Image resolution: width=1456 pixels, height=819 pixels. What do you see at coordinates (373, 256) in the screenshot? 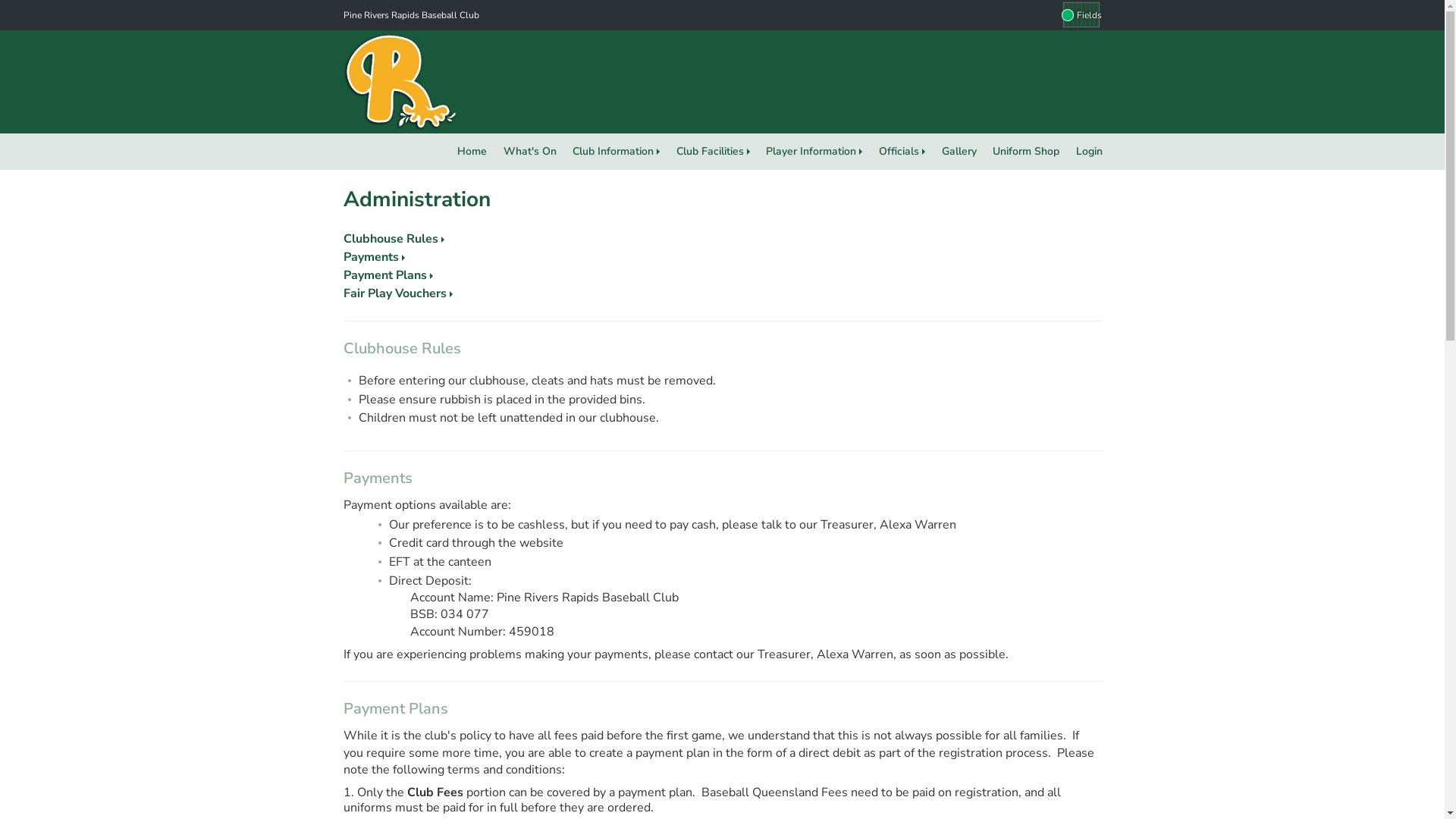
I see `'Payments'` at bounding box center [373, 256].